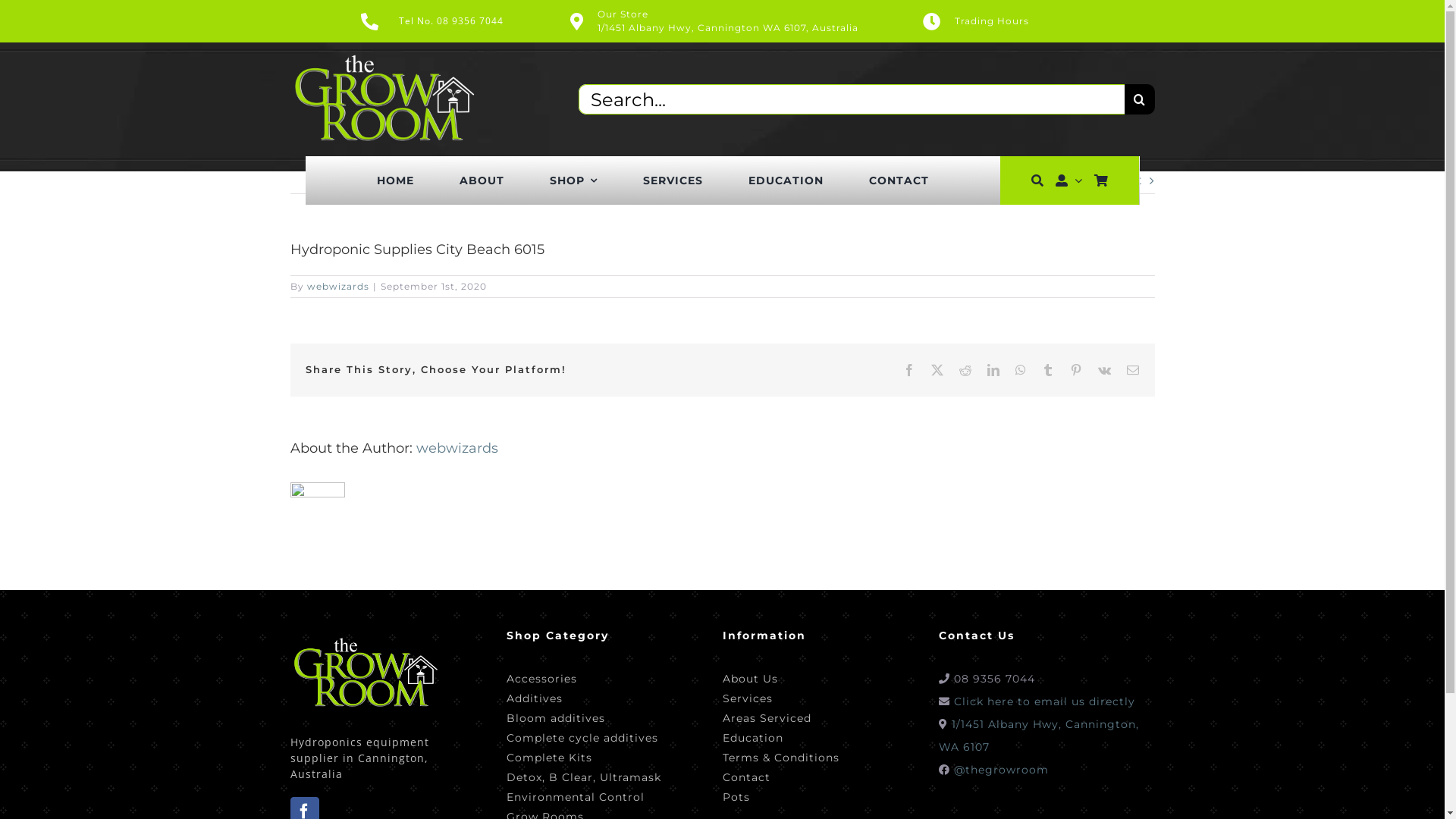 The height and width of the screenshot is (819, 1456). What do you see at coordinates (780, 717) in the screenshot?
I see `'Areas Serviced'` at bounding box center [780, 717].